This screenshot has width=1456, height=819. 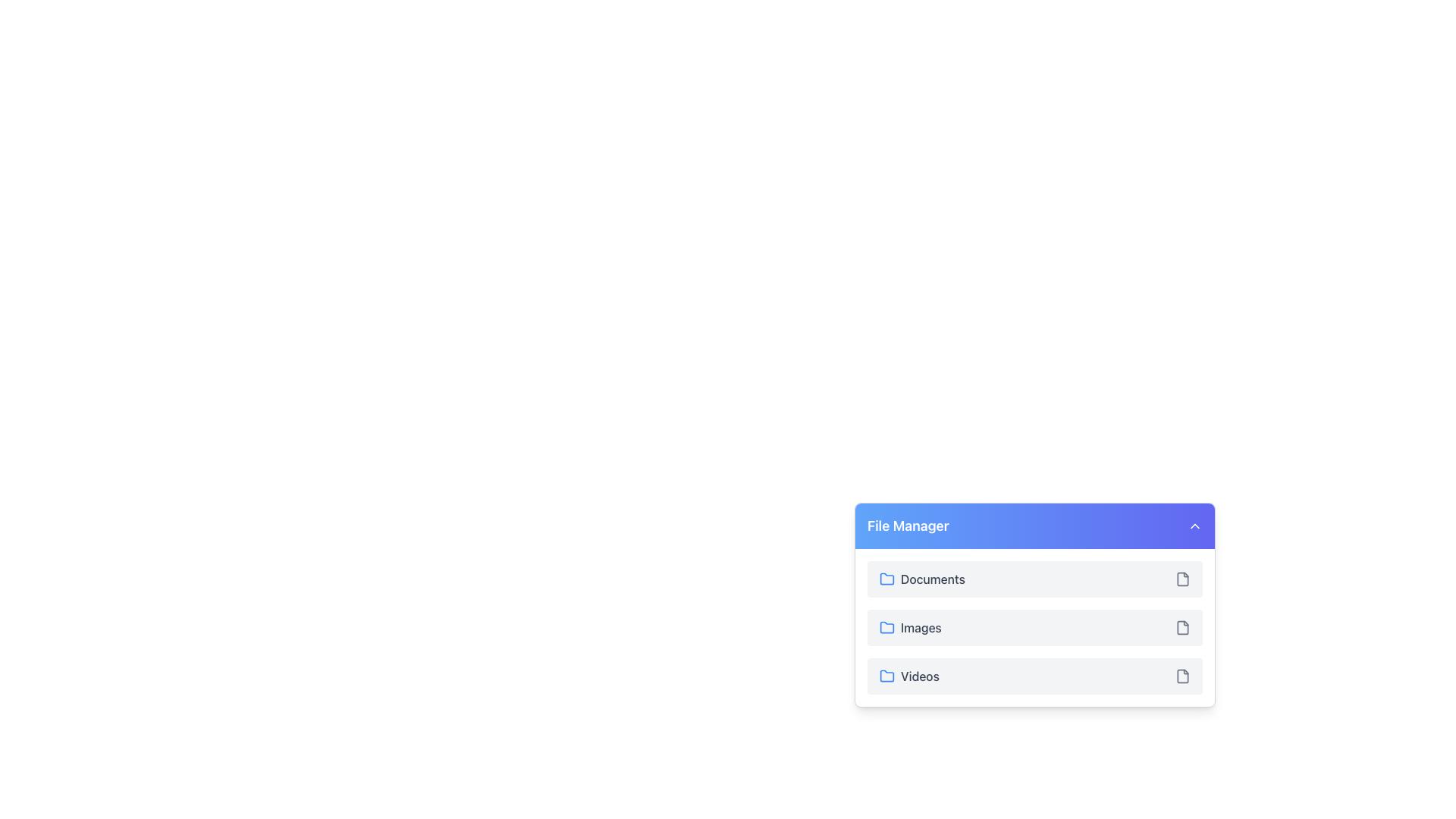 I want to click on the small document icon with a gray outline located at the far right of the 'Images' row, so click(x=1182, y=628).